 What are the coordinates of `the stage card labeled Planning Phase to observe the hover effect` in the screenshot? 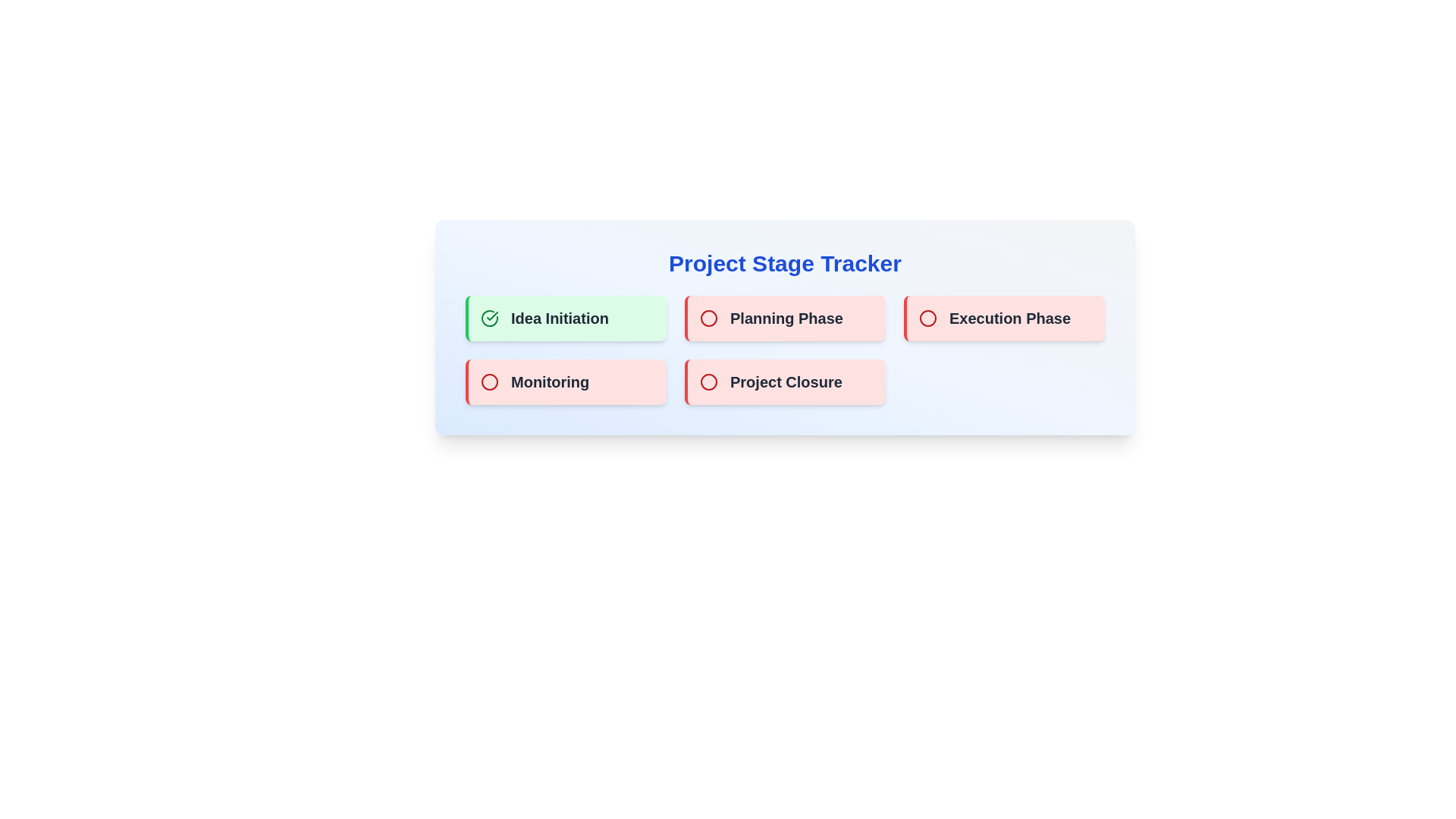 It's located at (785, 318).